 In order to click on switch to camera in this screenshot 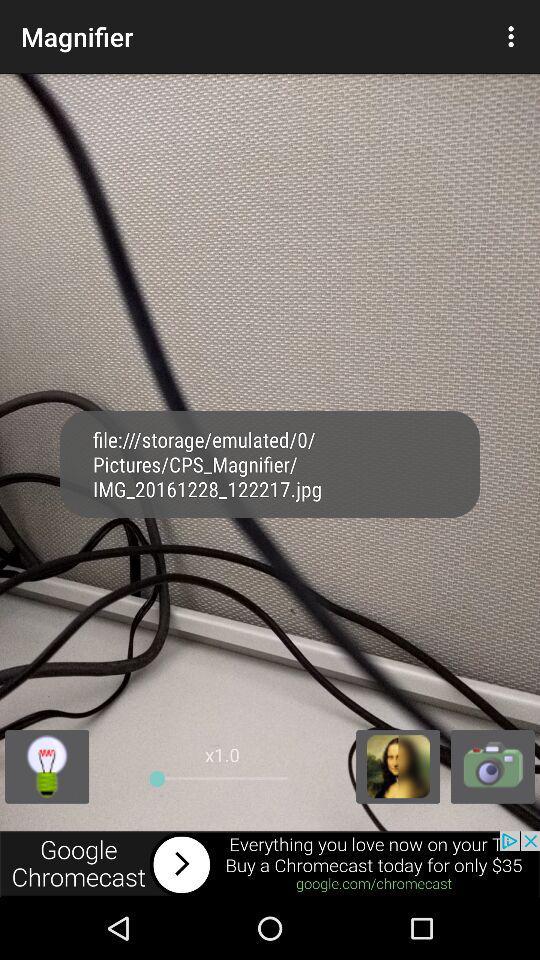, I will do `click(491, 765)`.